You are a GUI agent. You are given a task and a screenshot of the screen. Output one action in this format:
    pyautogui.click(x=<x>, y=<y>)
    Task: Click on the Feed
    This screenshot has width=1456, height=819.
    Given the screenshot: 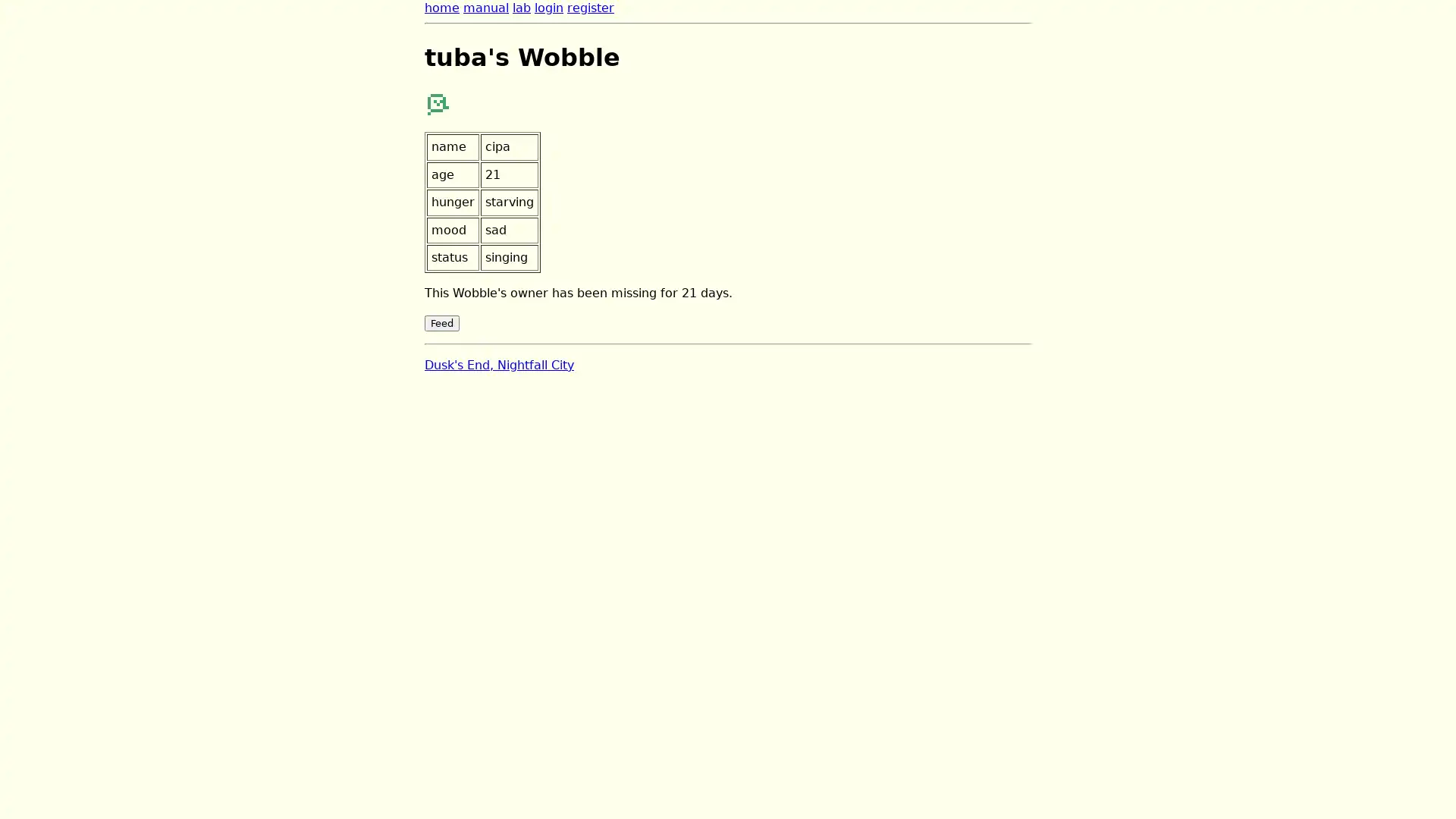 What is the action you would take?
    pyautogui.click(x=441, y=322)
    